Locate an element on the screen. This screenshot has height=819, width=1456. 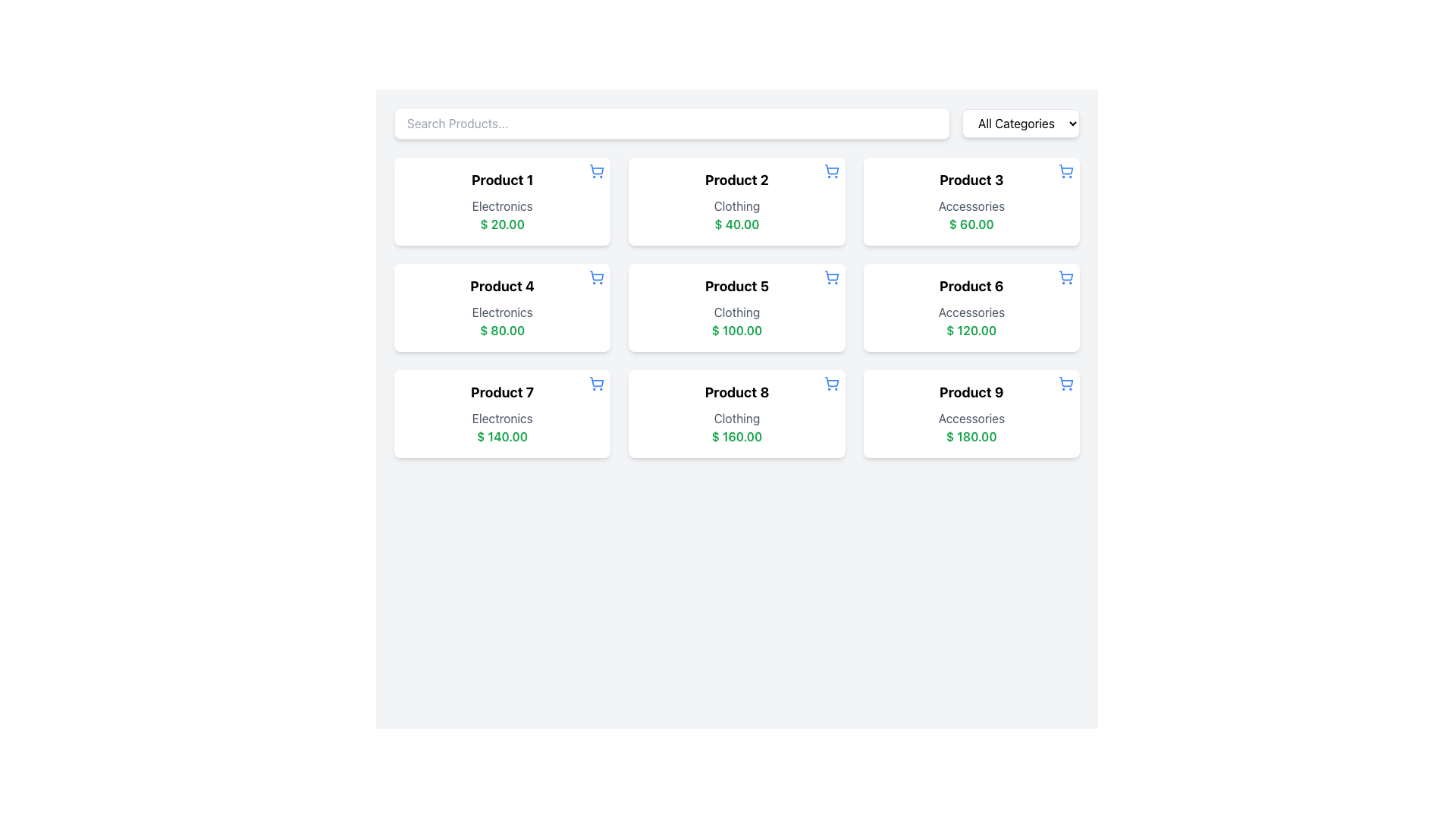
the dropdown menu located at the top-right corner of the interface is located at coordinates (1021, 122).